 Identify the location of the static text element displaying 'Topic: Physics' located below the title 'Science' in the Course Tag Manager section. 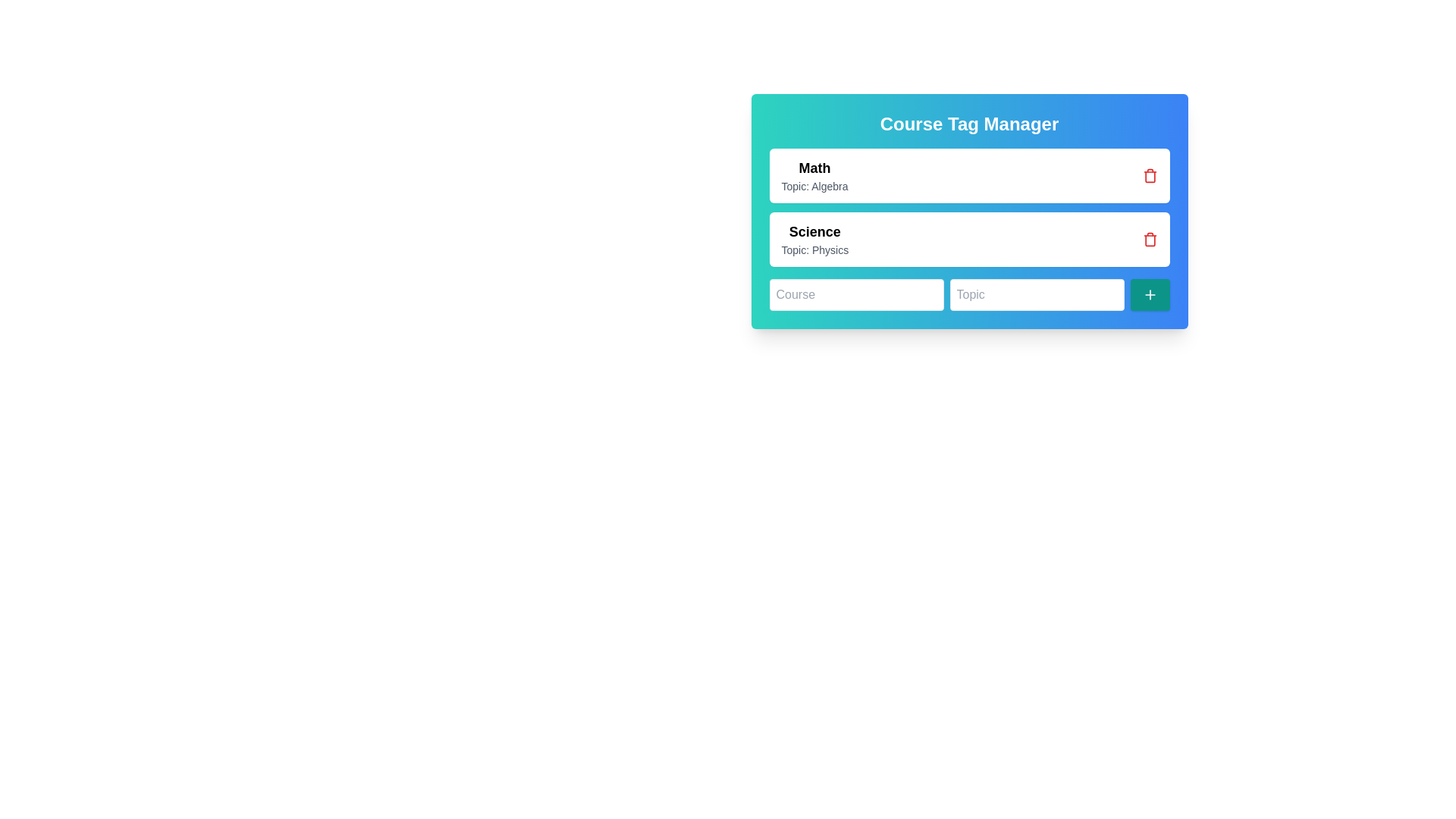
(814, 249).